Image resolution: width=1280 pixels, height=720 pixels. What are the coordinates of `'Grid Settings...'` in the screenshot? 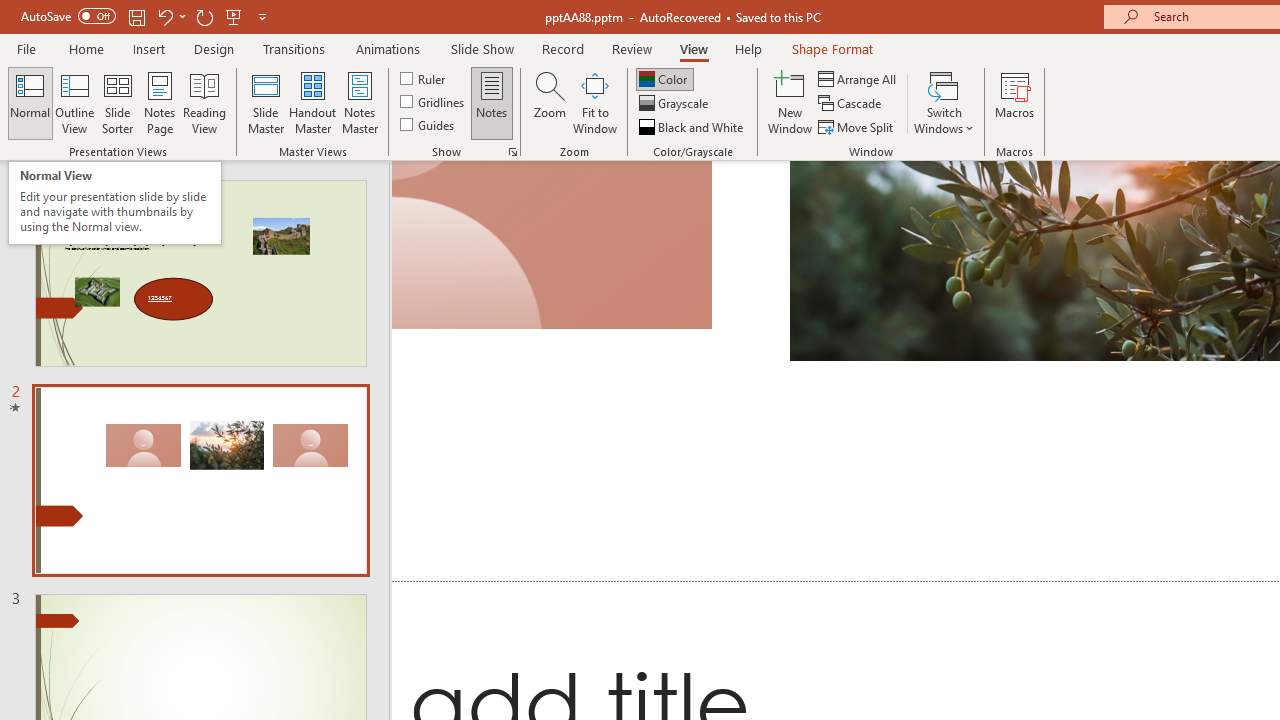 It's located at (513, 150).